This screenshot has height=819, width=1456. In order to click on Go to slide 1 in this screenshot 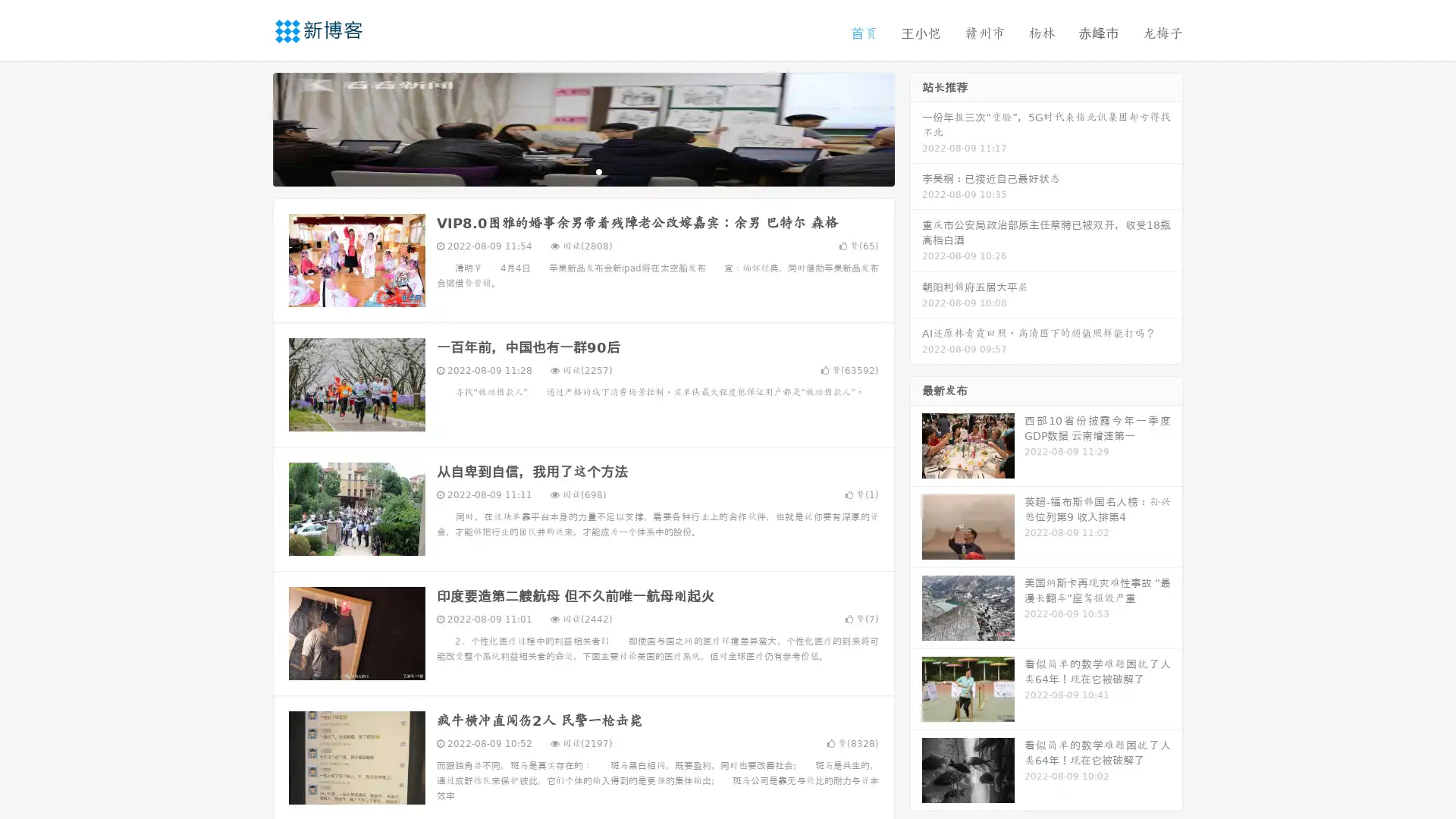, I will do `click(567, 171)`.